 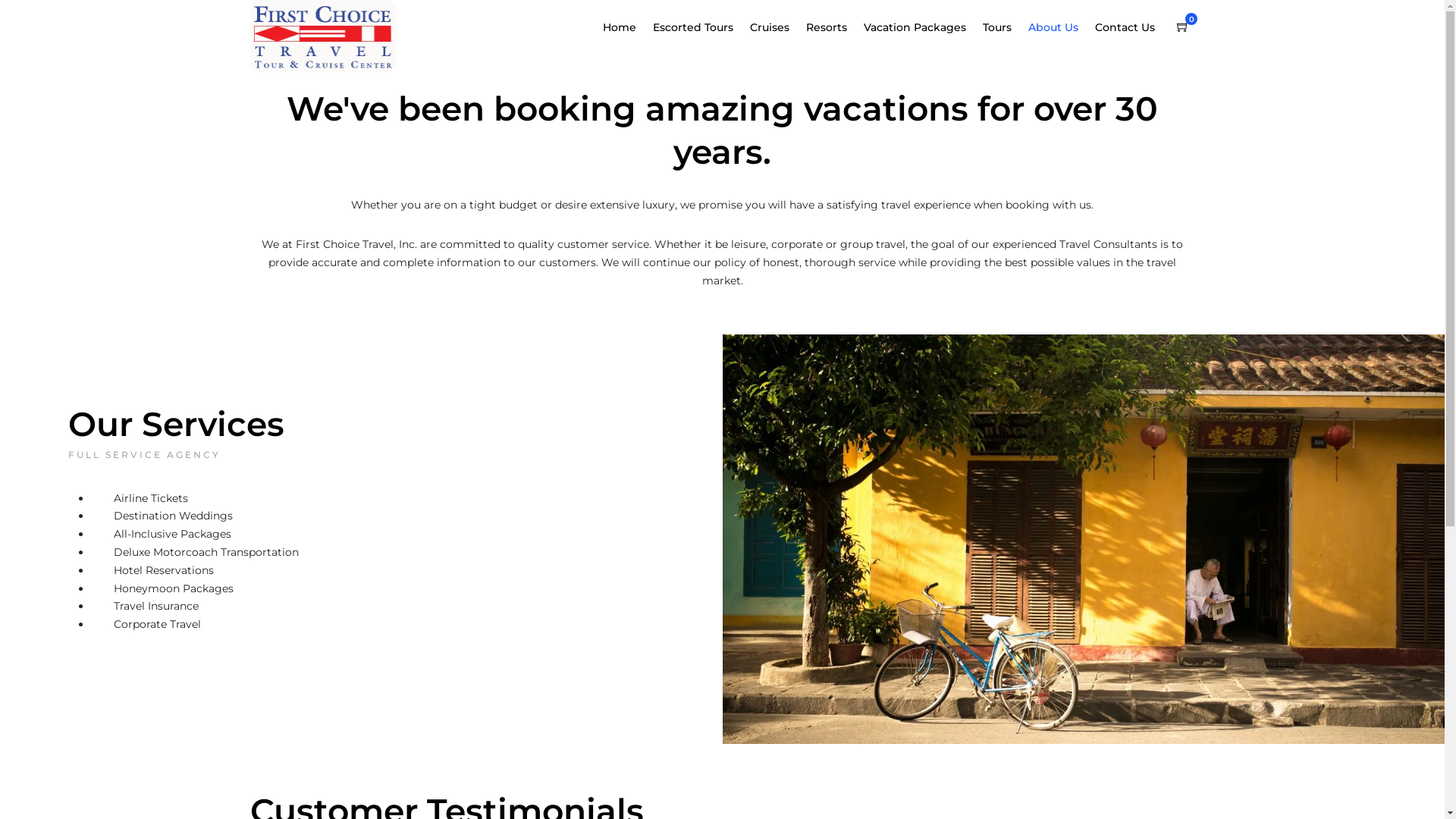 I want to click on 'About Us', so click(x=1059, y=28).